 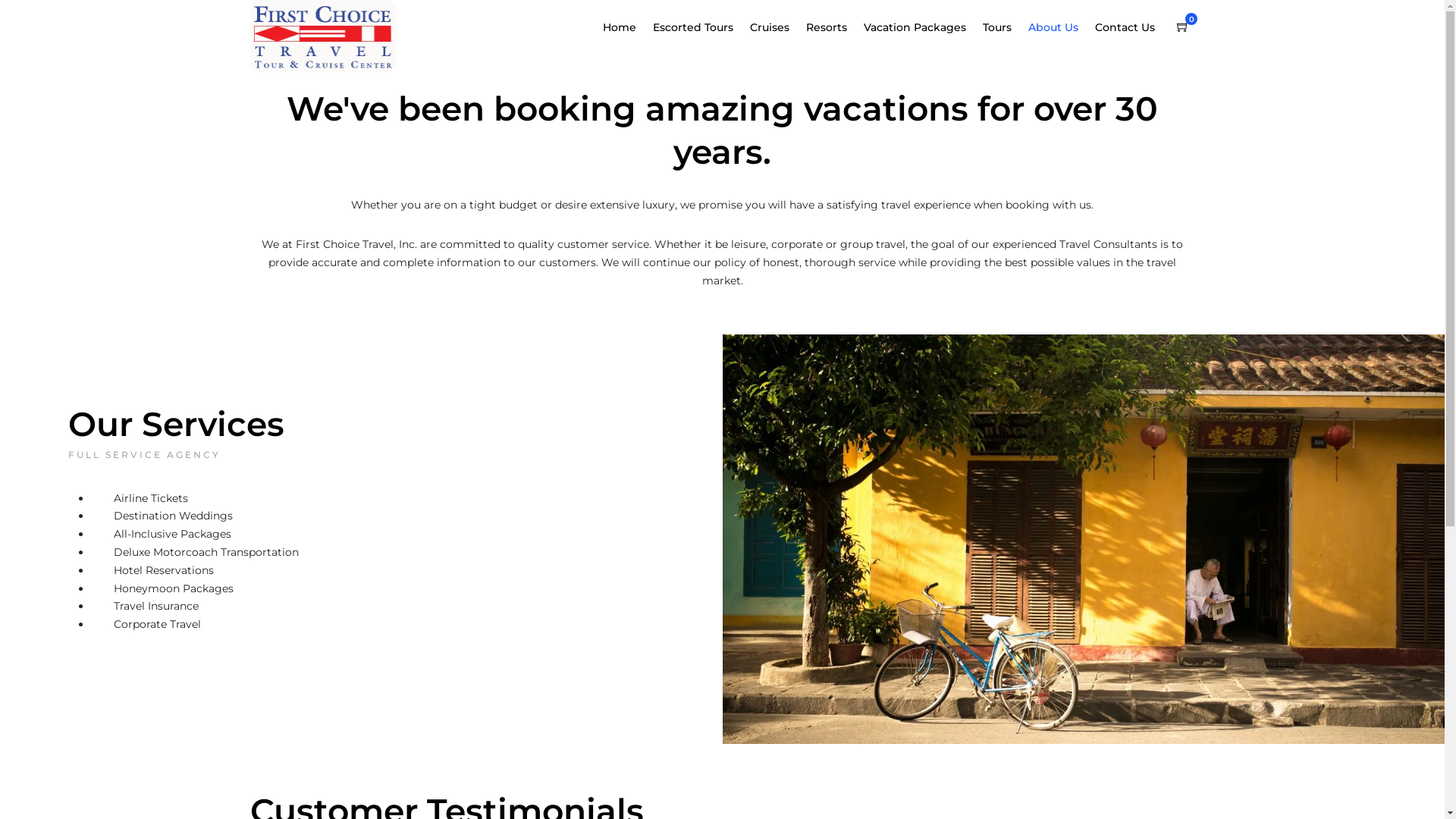 I want to click on 'About Us', so click(x=1059, y=28).